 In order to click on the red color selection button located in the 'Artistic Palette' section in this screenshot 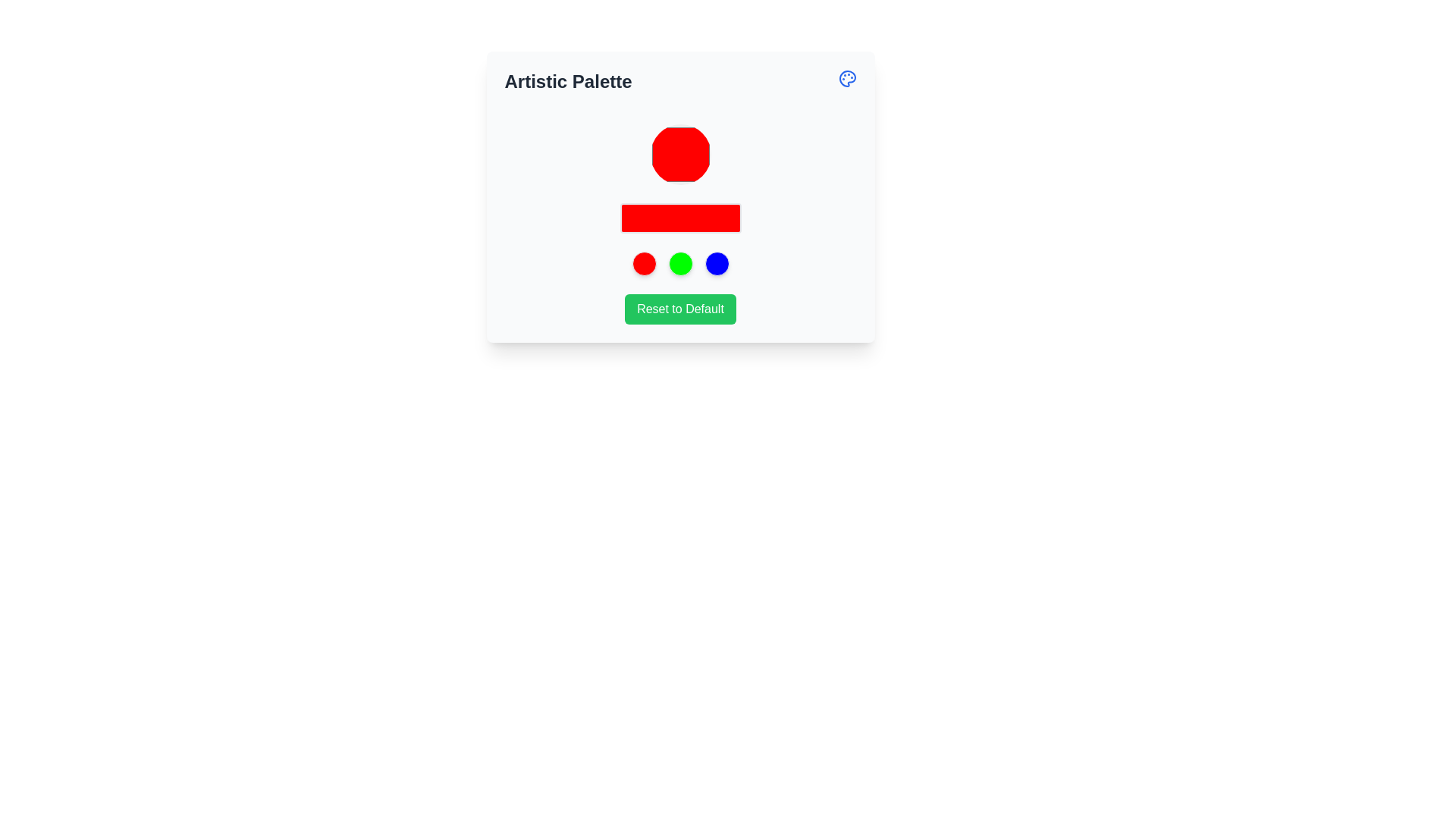, I will do `click(679, 155)`.